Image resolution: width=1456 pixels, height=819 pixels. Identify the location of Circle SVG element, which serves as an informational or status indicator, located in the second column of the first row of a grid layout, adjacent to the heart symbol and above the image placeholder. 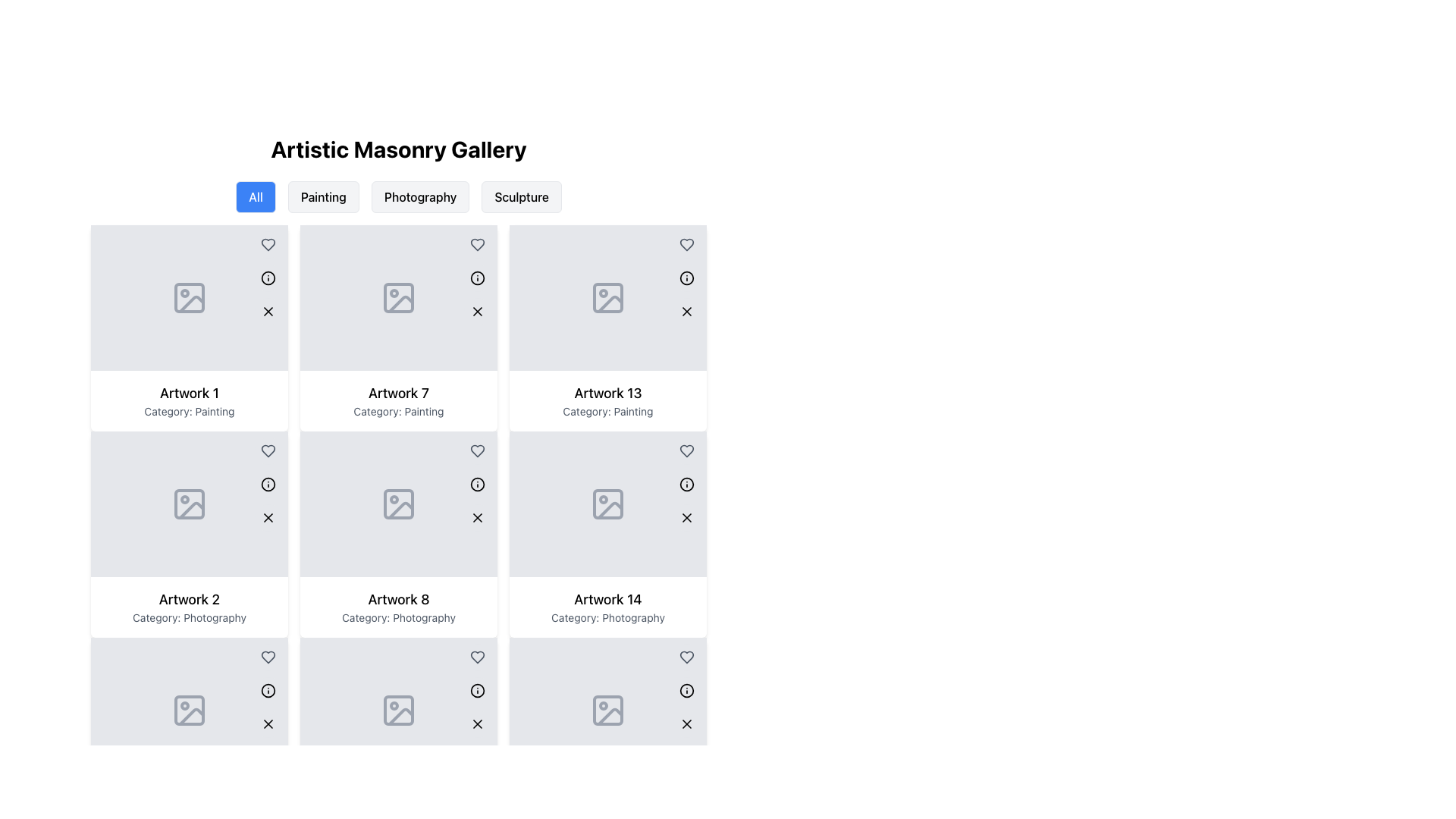
(268, 278).